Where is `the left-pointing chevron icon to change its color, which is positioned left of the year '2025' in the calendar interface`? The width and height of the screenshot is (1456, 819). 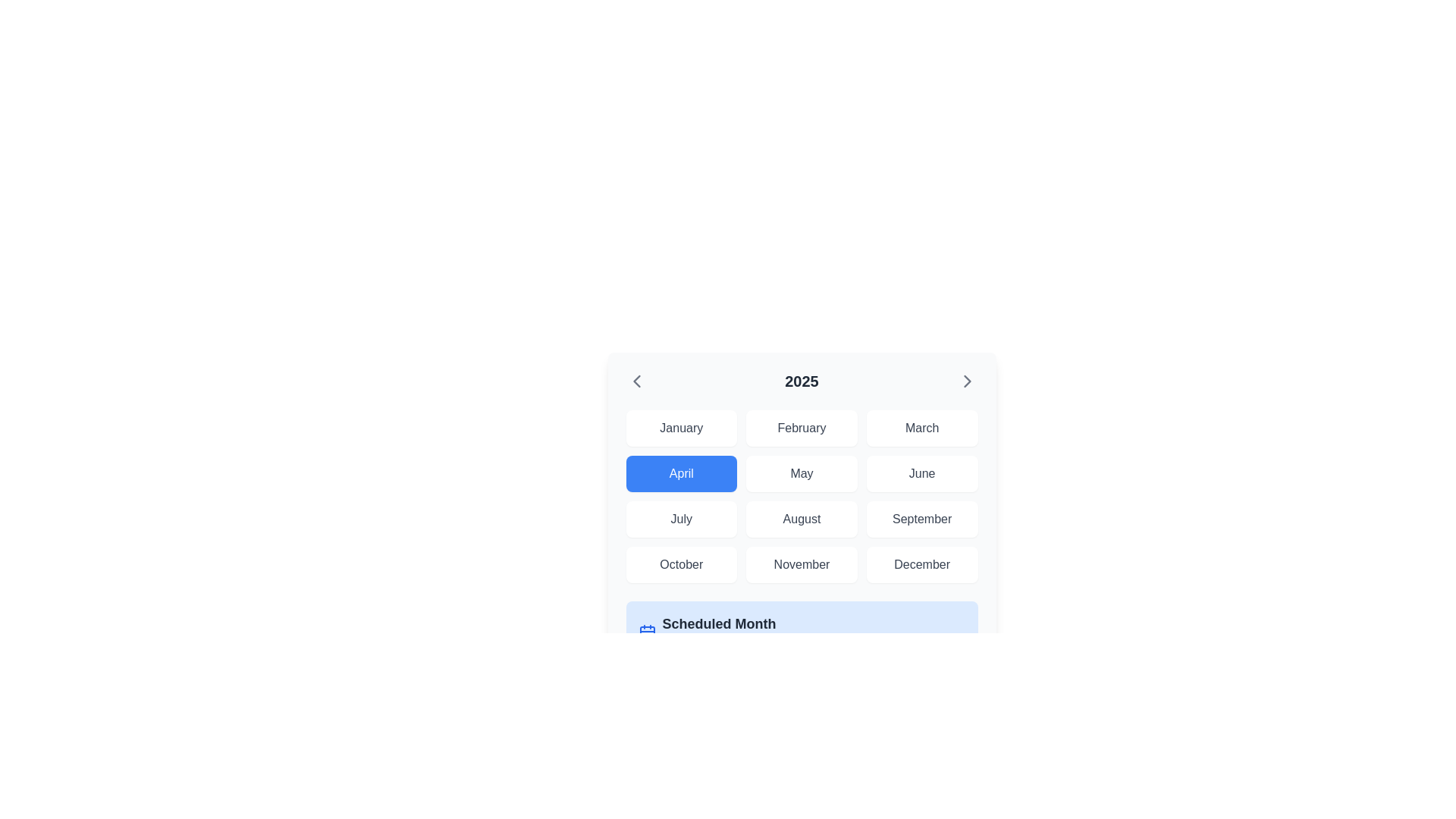 the left-pointing chevron icon to change its color, which is positioned left of the year '2025' in the calendar interface is located at coordinates (636, 380).